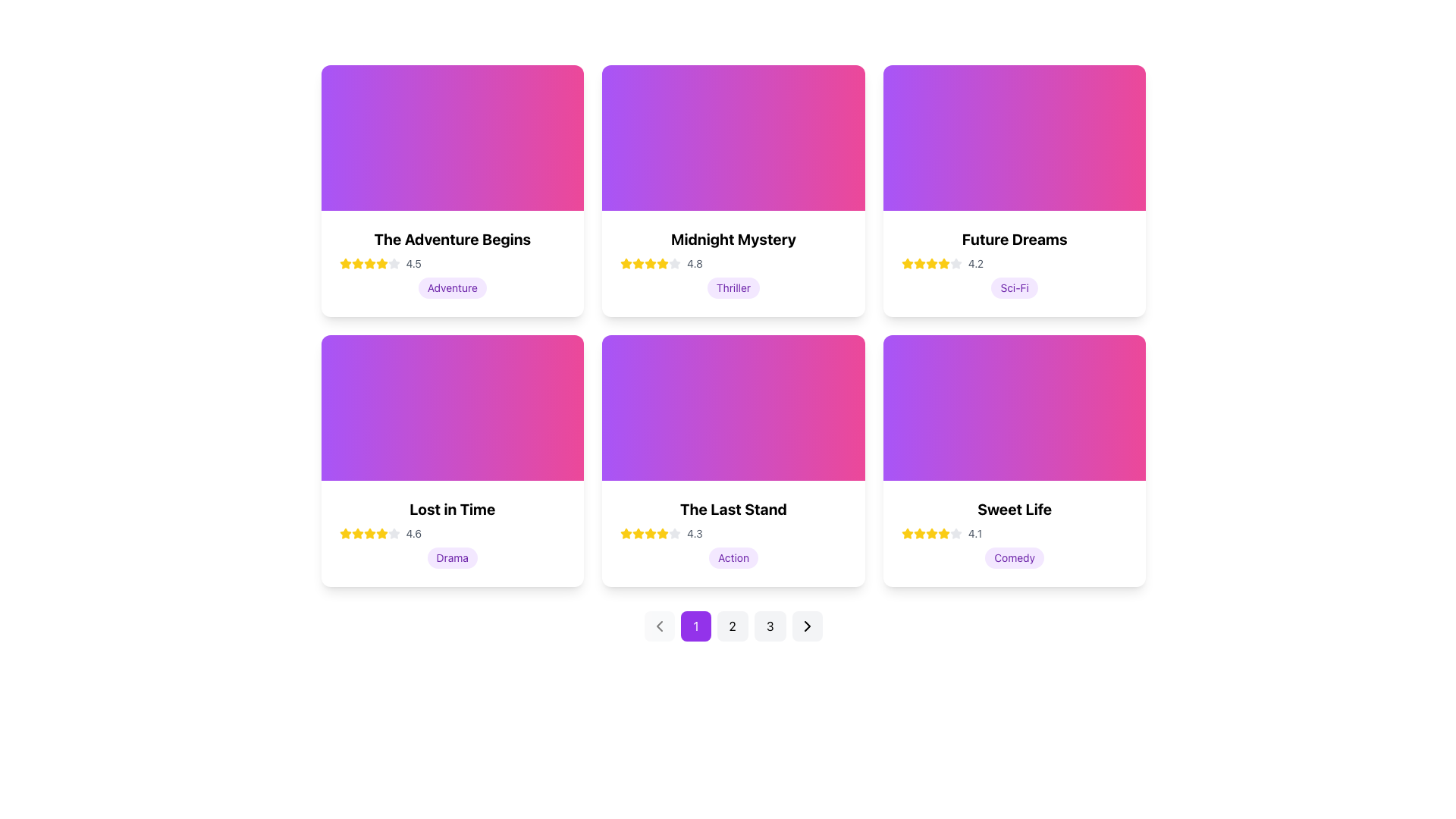 The height and width of the screenshot is (819, 1456). Describe the element at coordinates (907, 533) in the screenshot. I see `the first yellow star icon indicating a rating for the movie 'Sweet Life', which is located at the bottom left of the rating bar` at that location.